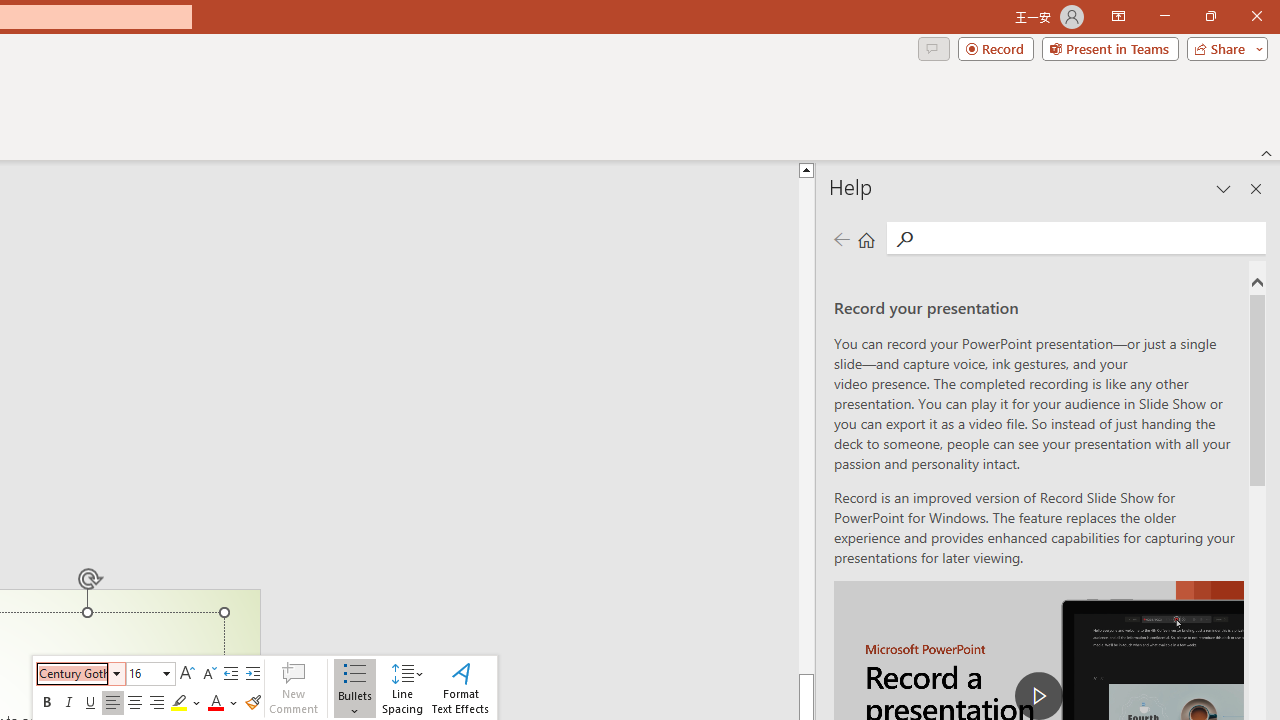  I want to click on 'play Record a Presentation', so click(1038, 694).